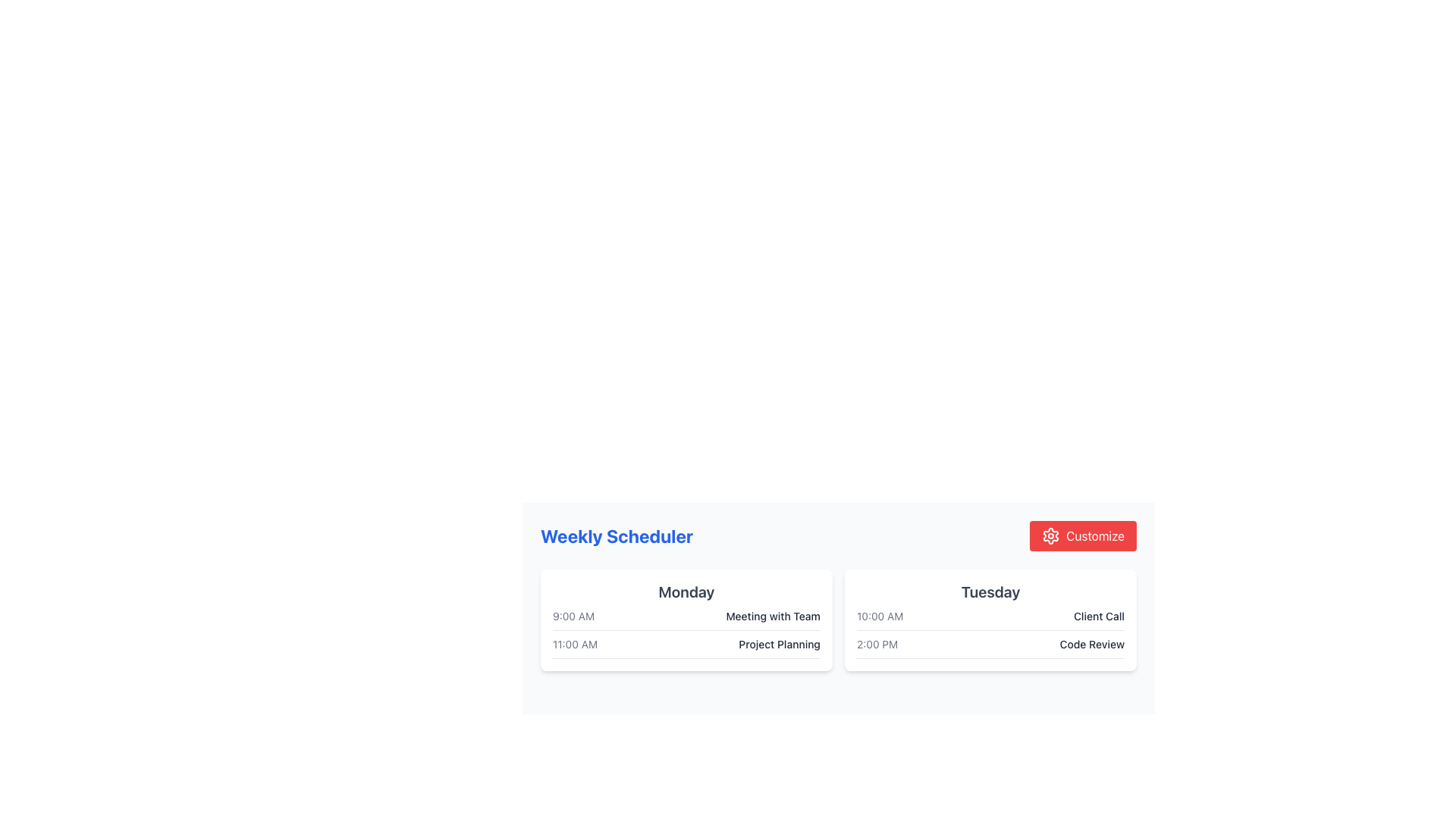 Image resolution: width=1456 pixels, height=819 pixels. I want to click on timestamp displayed in the Text label for the 'Code Review' event, which is the second item under 'Tuesday' in the schedule interface, so click(877, 644).